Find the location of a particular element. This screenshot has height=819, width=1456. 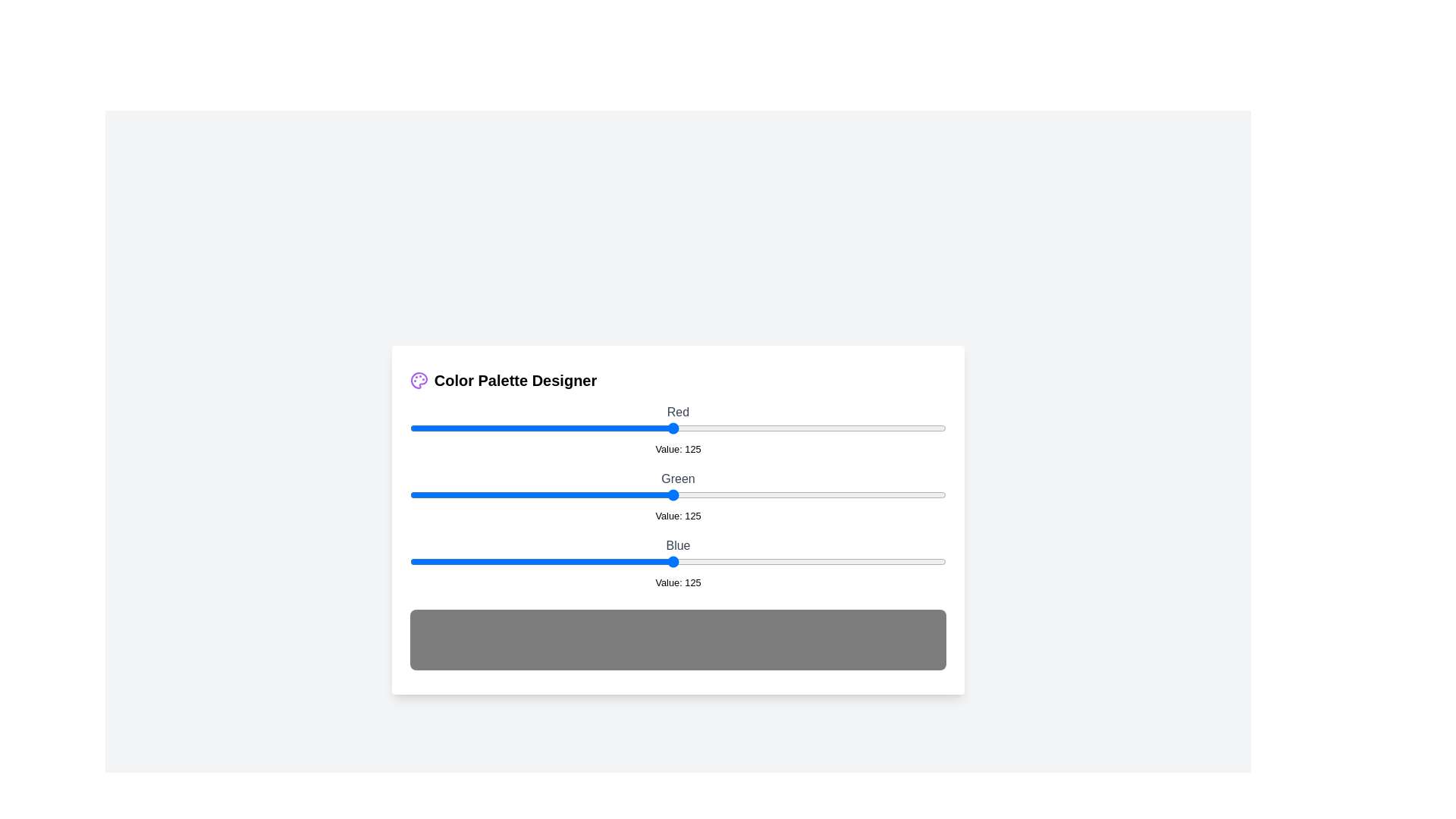

the 1 slider to 69 is located at coordinates (554, 494).